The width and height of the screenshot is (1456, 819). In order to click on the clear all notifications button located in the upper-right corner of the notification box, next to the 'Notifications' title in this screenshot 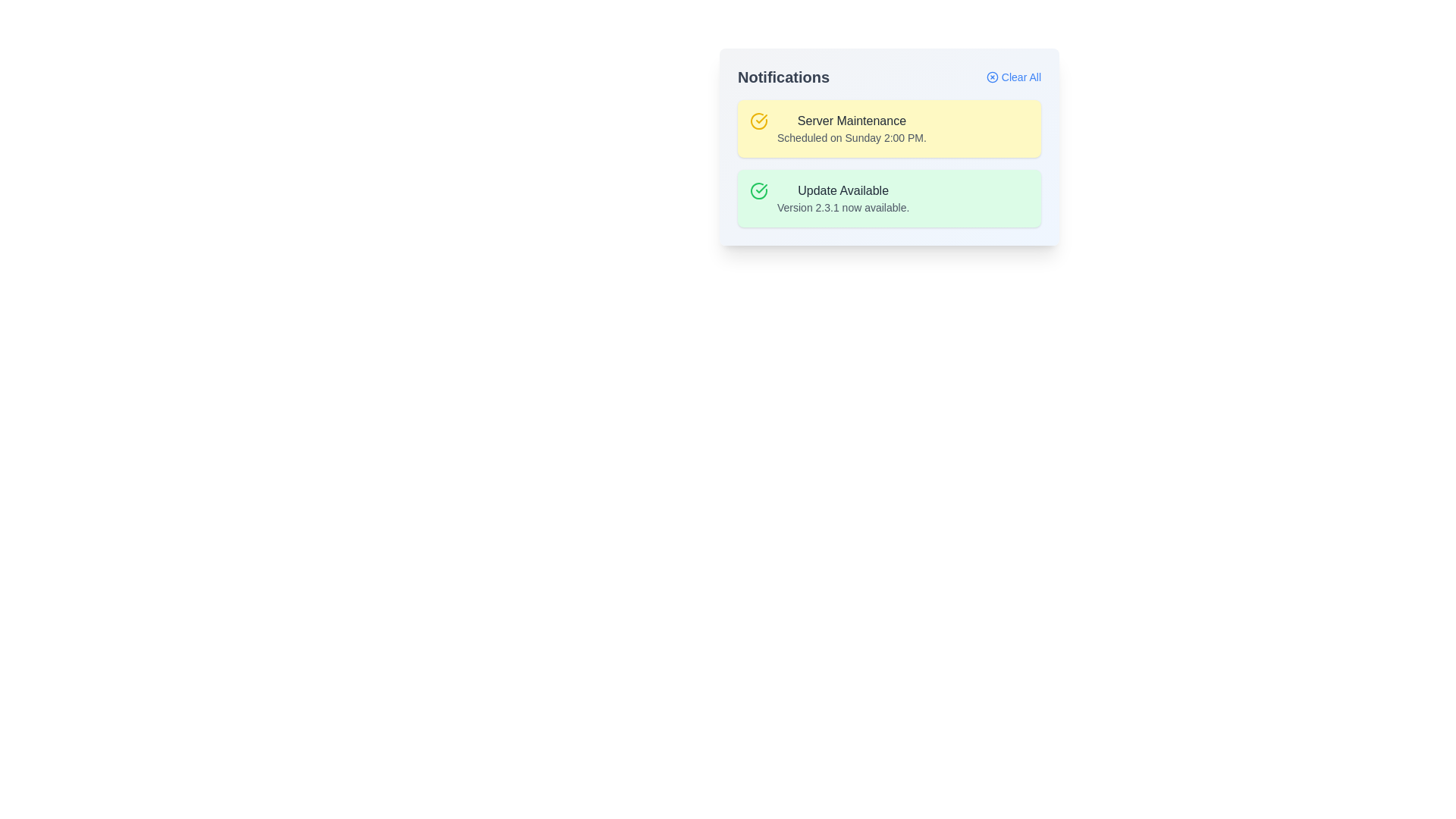, I will do `click(1012, 77)`.